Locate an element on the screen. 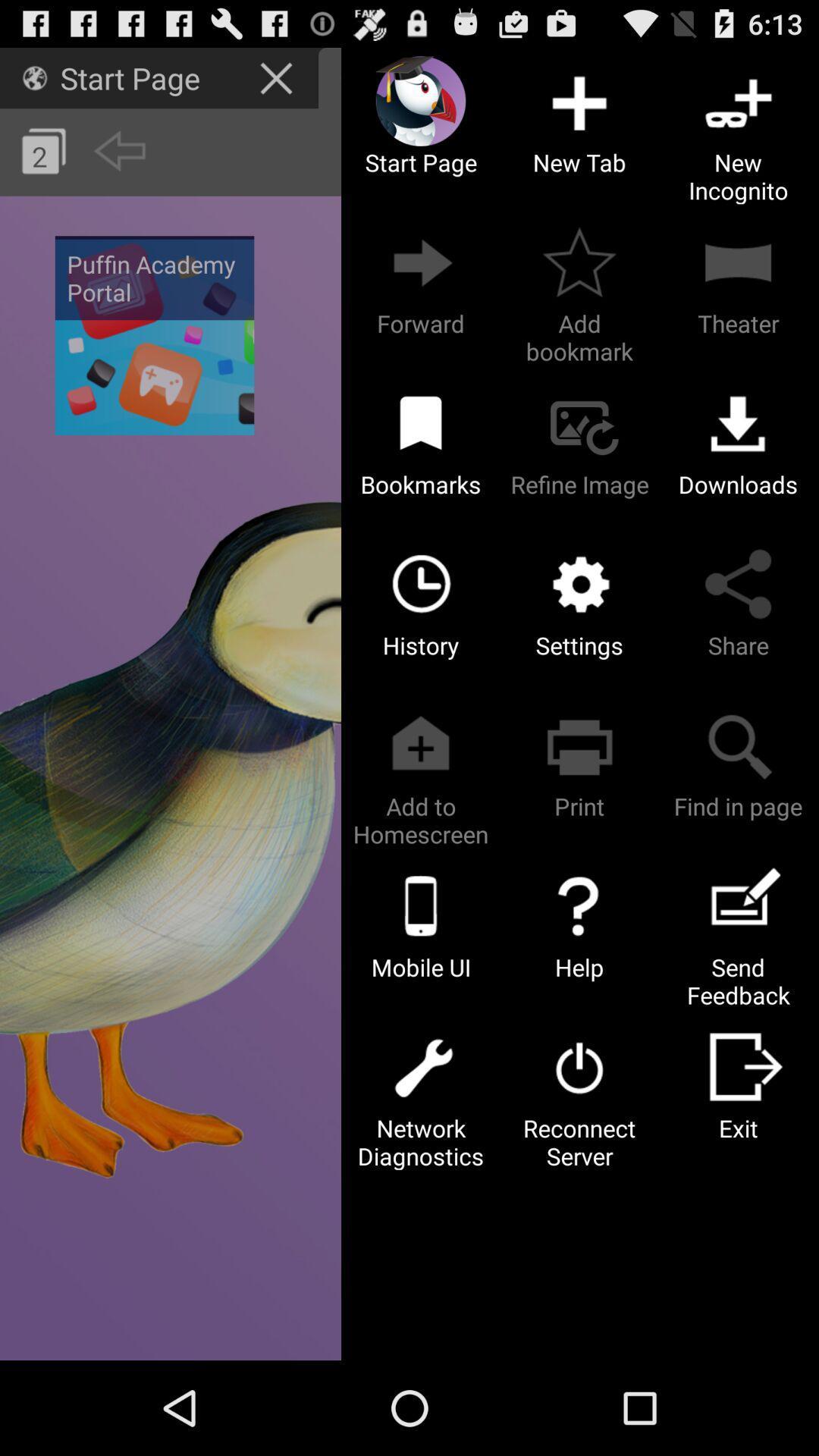  the setting icon above network diagnostics is located at coordinates (421, 1065).